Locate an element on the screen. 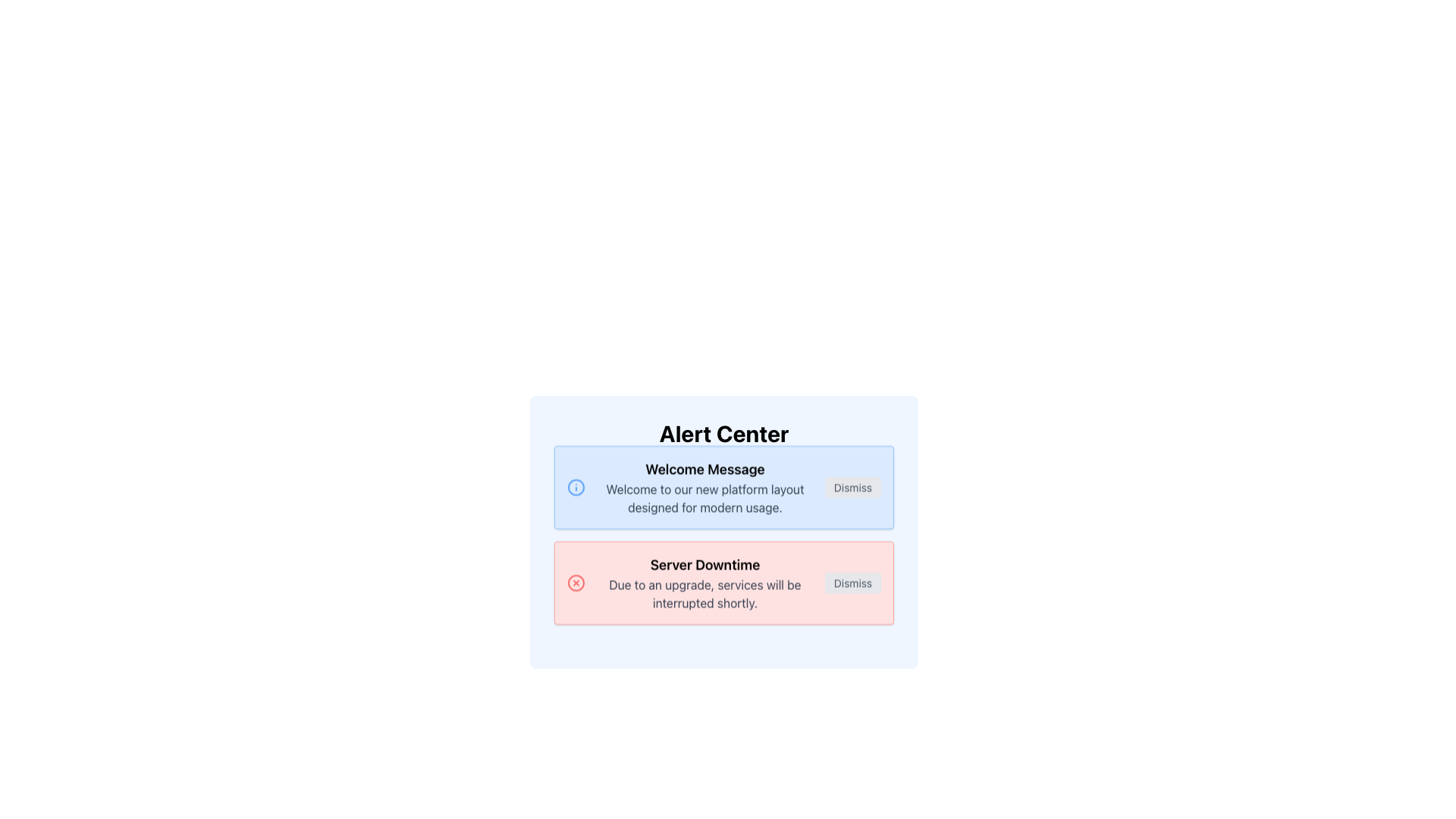 The width and height of the screenshot is (1456, 819). message contained in the text label that is styled in gray under the header 'Server Downtime' in the red alert box is located at coordinates (704, 595).